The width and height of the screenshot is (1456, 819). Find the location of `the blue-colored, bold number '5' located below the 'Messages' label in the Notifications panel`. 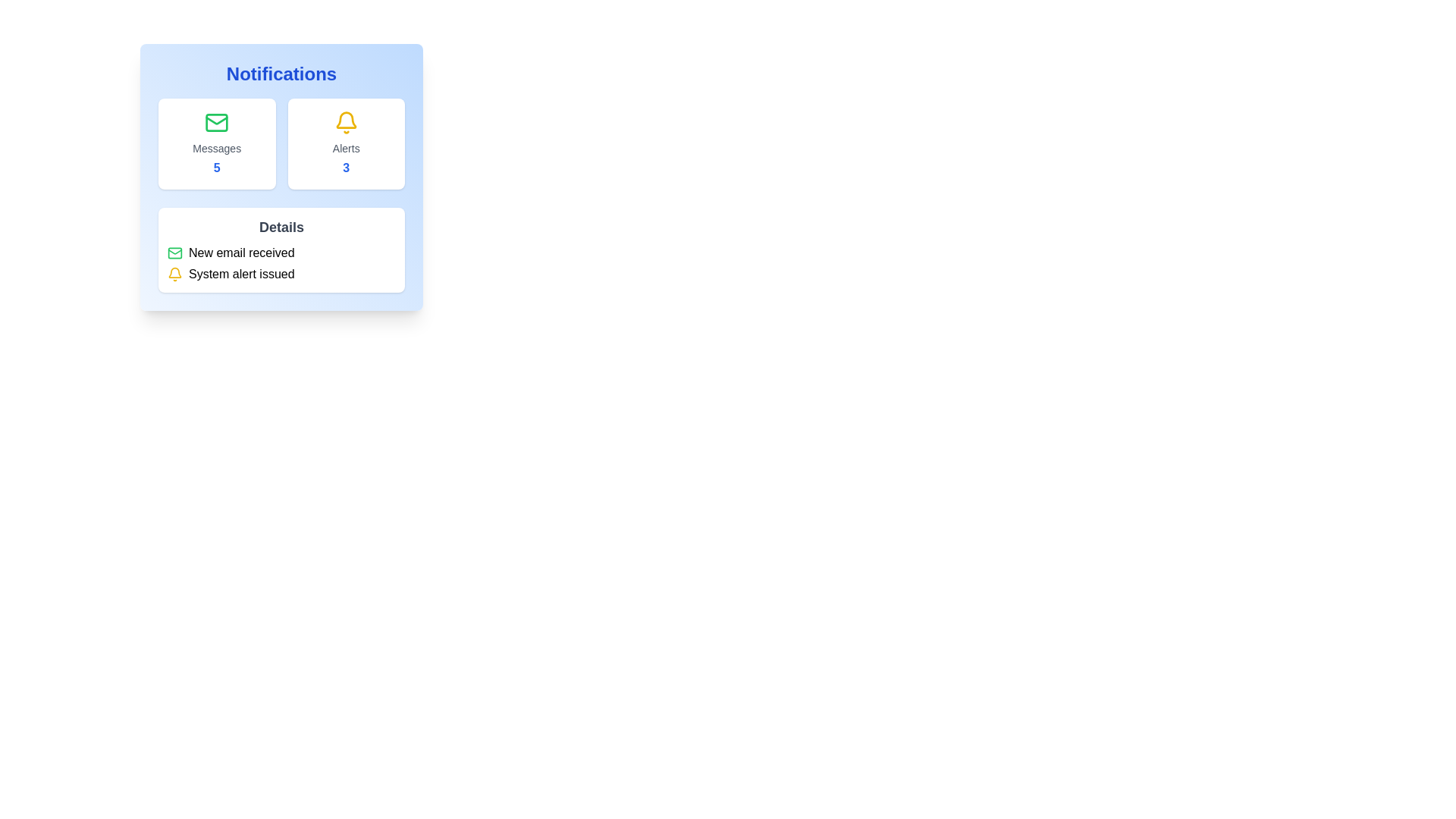

the blue-colored, bold number '5' located below the 'Messages' label in the Notifications panel is located at coordinates (216, 168).